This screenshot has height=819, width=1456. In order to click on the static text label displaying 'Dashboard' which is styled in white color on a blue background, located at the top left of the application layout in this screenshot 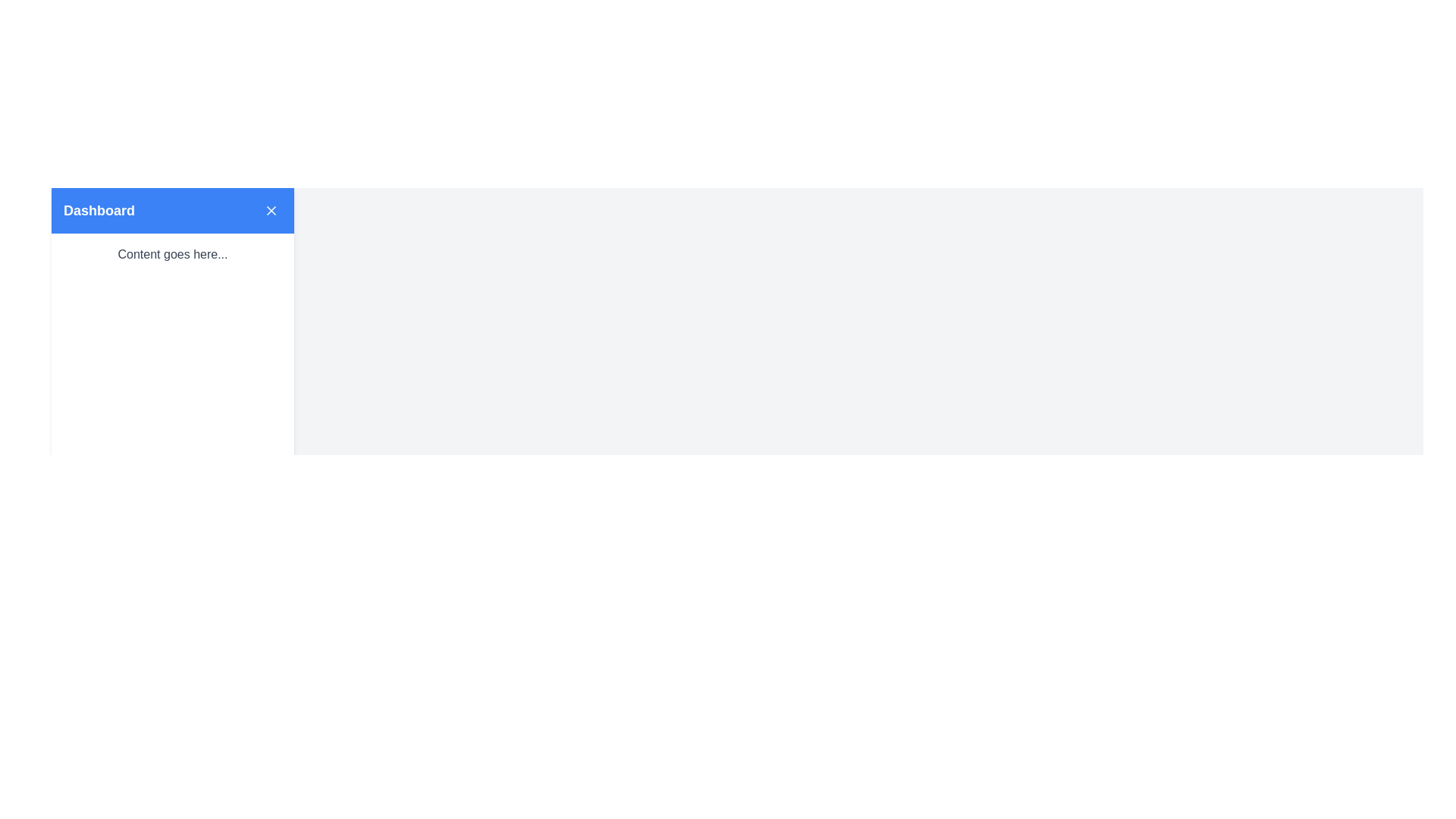, I will do `click(98, 210)`.